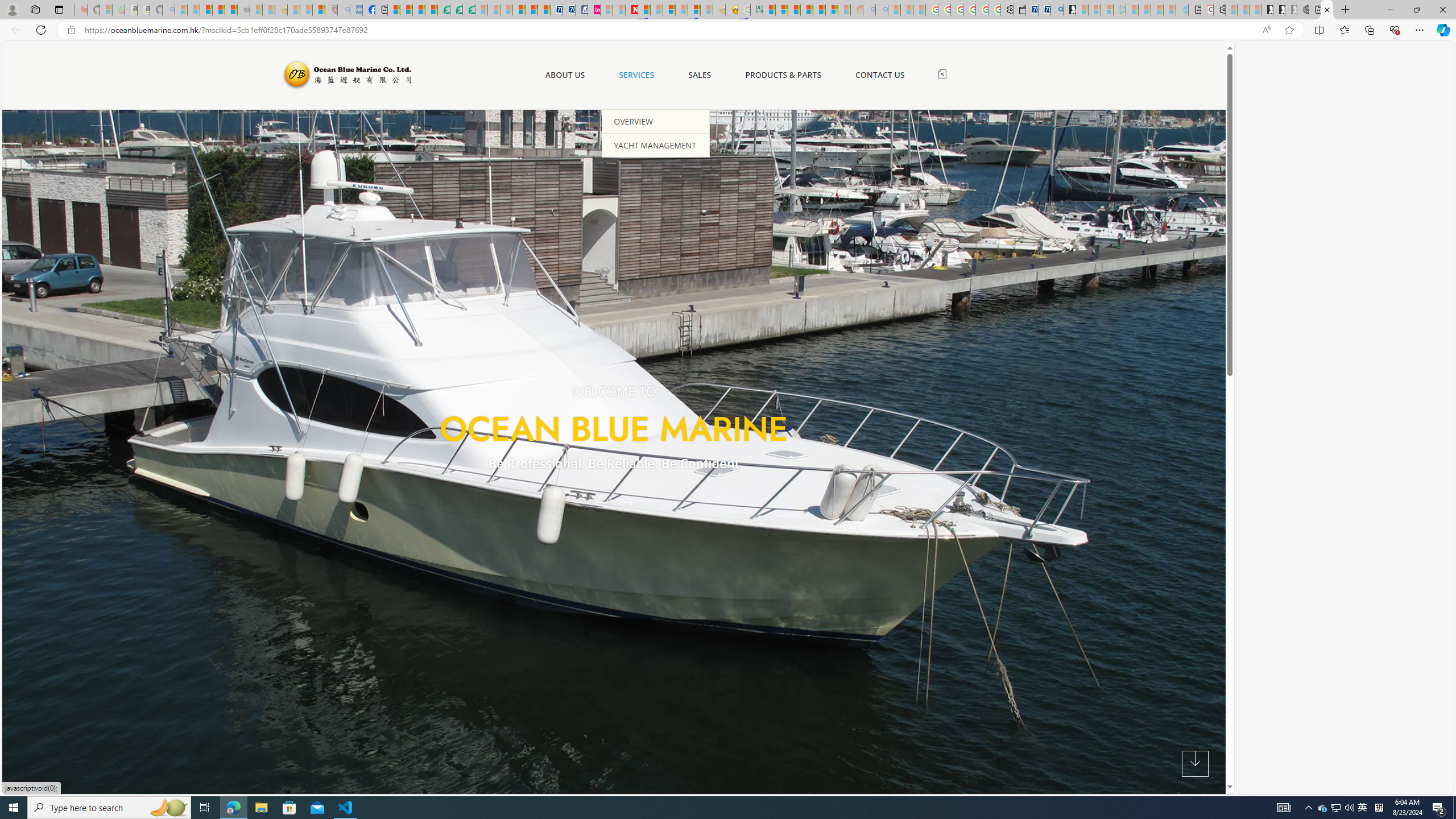 The width and height of the screenshot is (1456, 819). I want to click on 'Bing Real Estate - Home sales and rental listings', so click(1057, 9).